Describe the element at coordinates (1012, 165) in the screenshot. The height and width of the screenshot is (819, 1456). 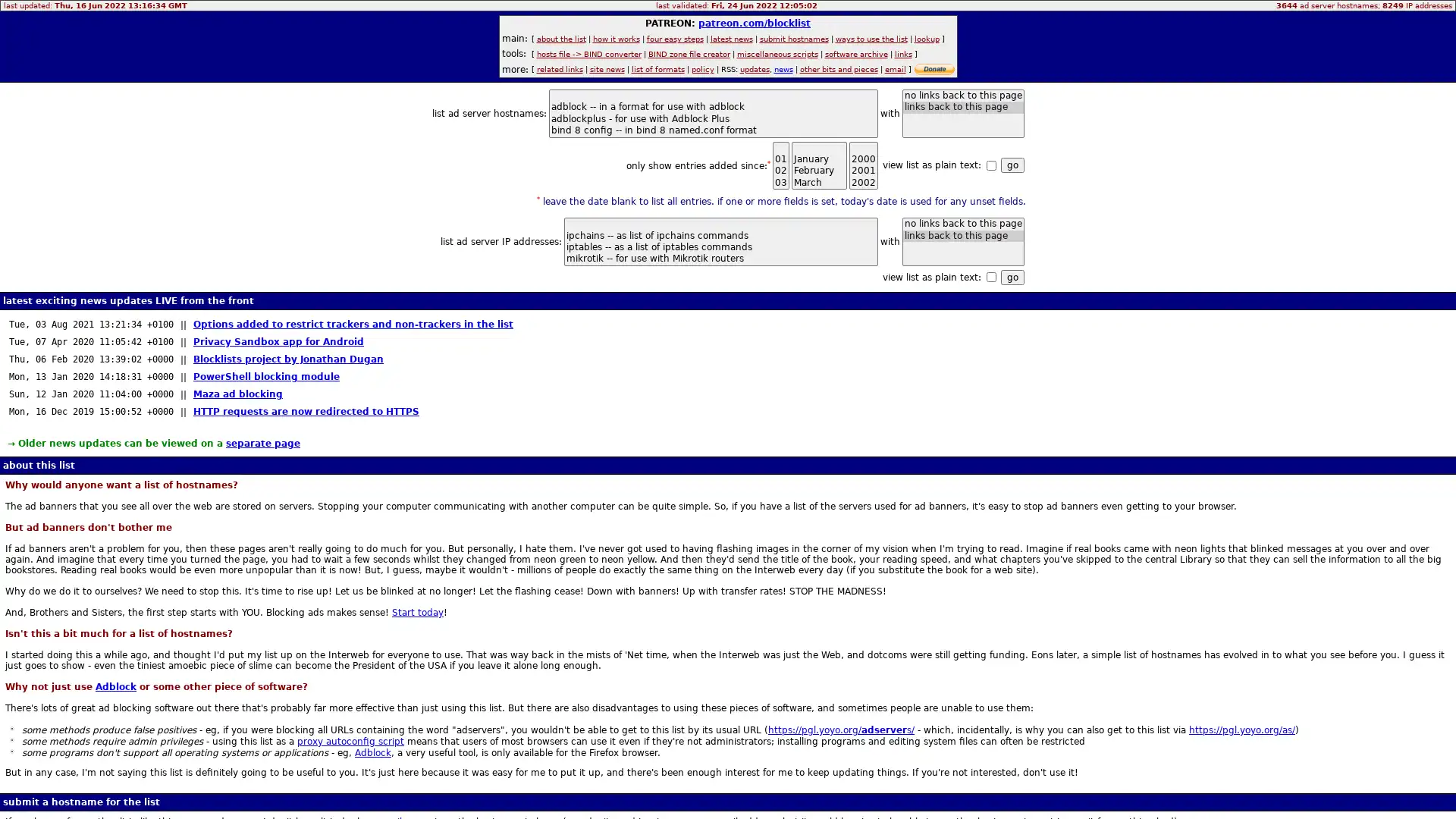
I see `go` at that location.